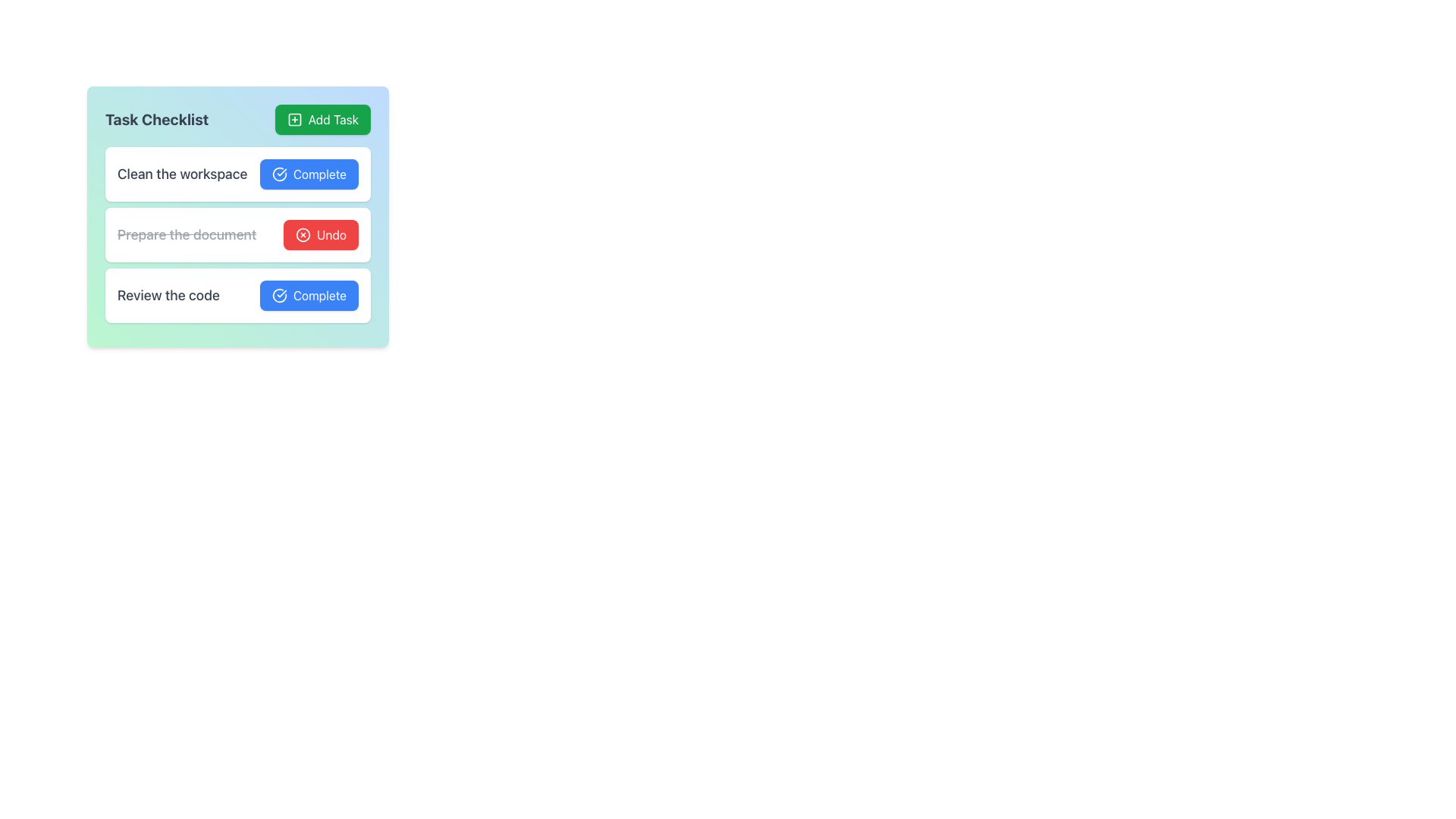  Describe the element at coordinates (322, 119) in the screenshot. I see `the 'Add Task' button located at the top-right corner of the 'Task Checklist' section` at that location.